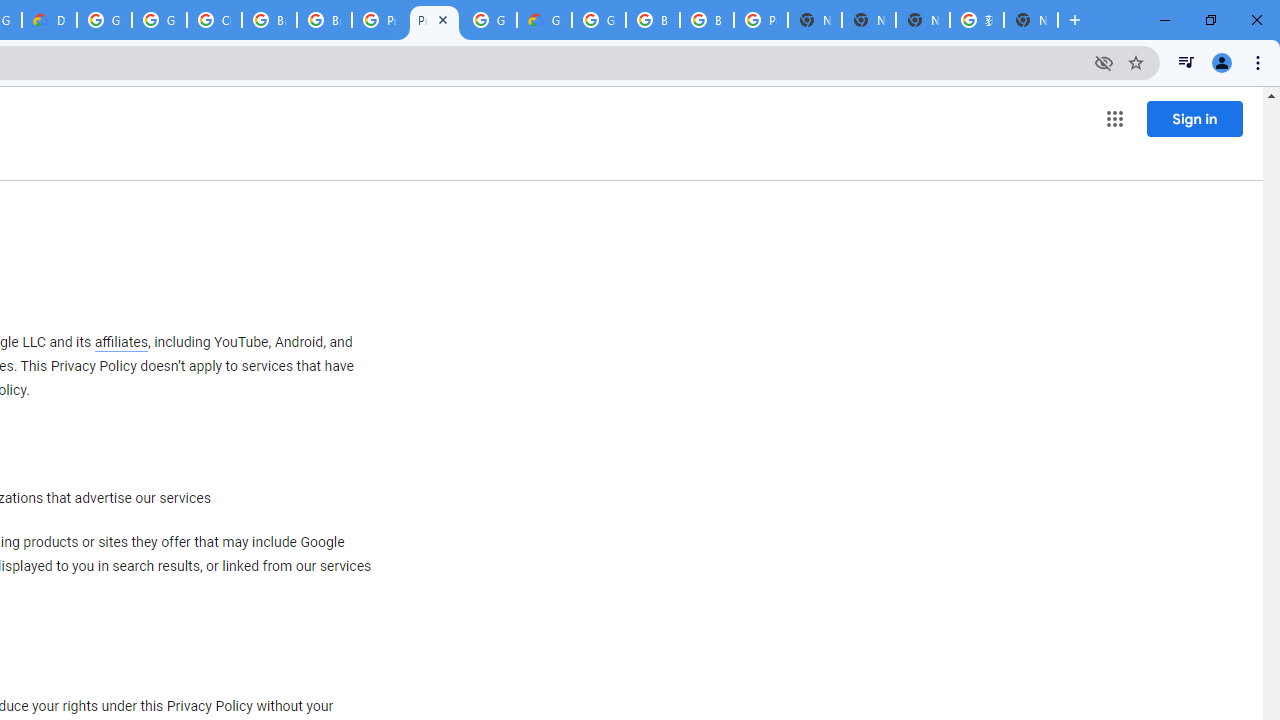 This screenshot has height=720, width=1280. What do you see at coordinates (119, 341) in the screenshot?
I see `'affiliates'` at bounding box center [119, 341].